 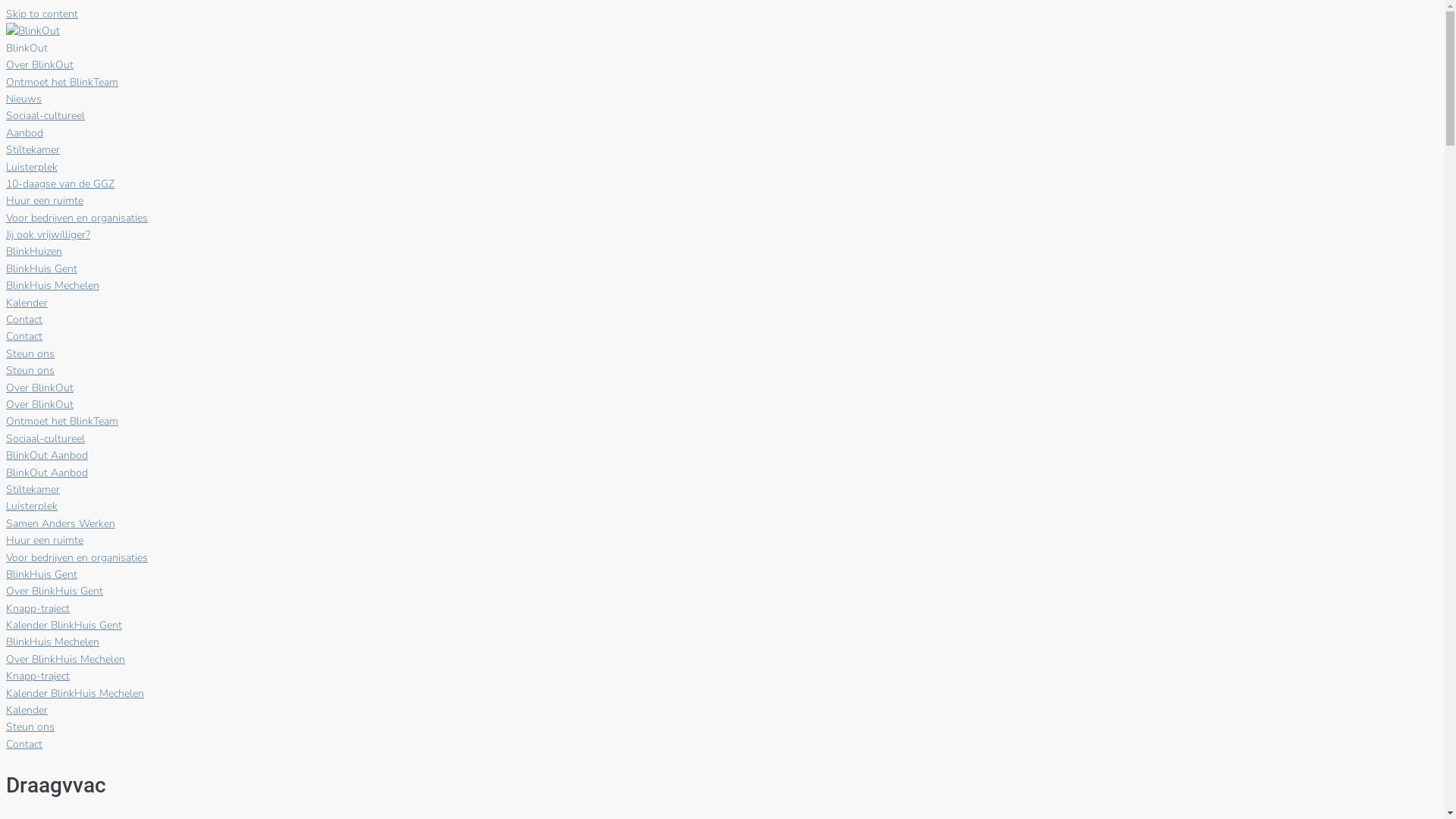 What do you see at coordinates (27, 303) in the screenshot?
I see `'Kalender'` at bounding box center [27, 303].